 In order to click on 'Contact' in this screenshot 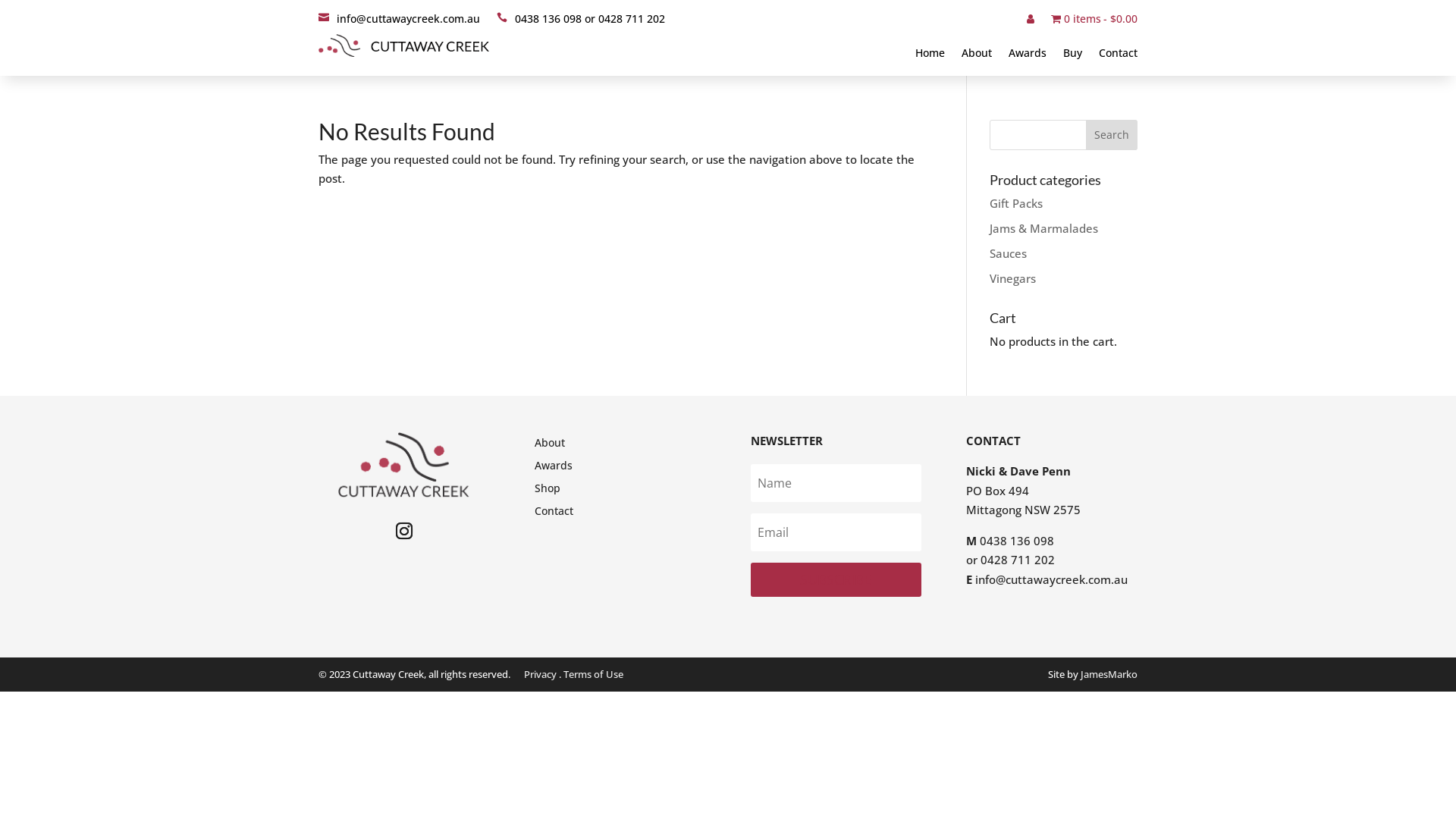, I will do `click(1118, 55)`.